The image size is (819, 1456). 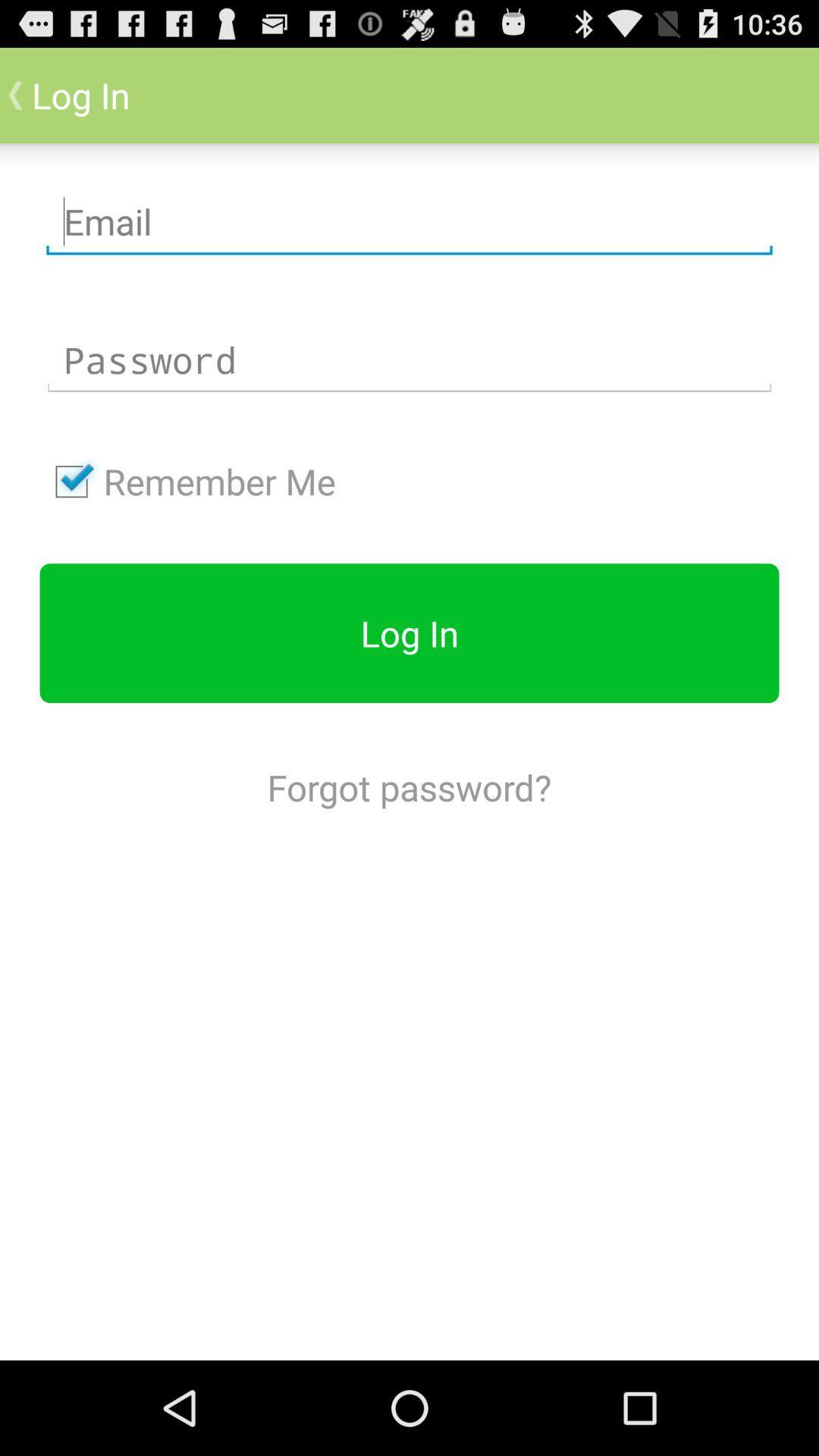 What do you see at coordinates (409, 359) in the screenshot?
I see `insert password` at bounding box center [409, 359].